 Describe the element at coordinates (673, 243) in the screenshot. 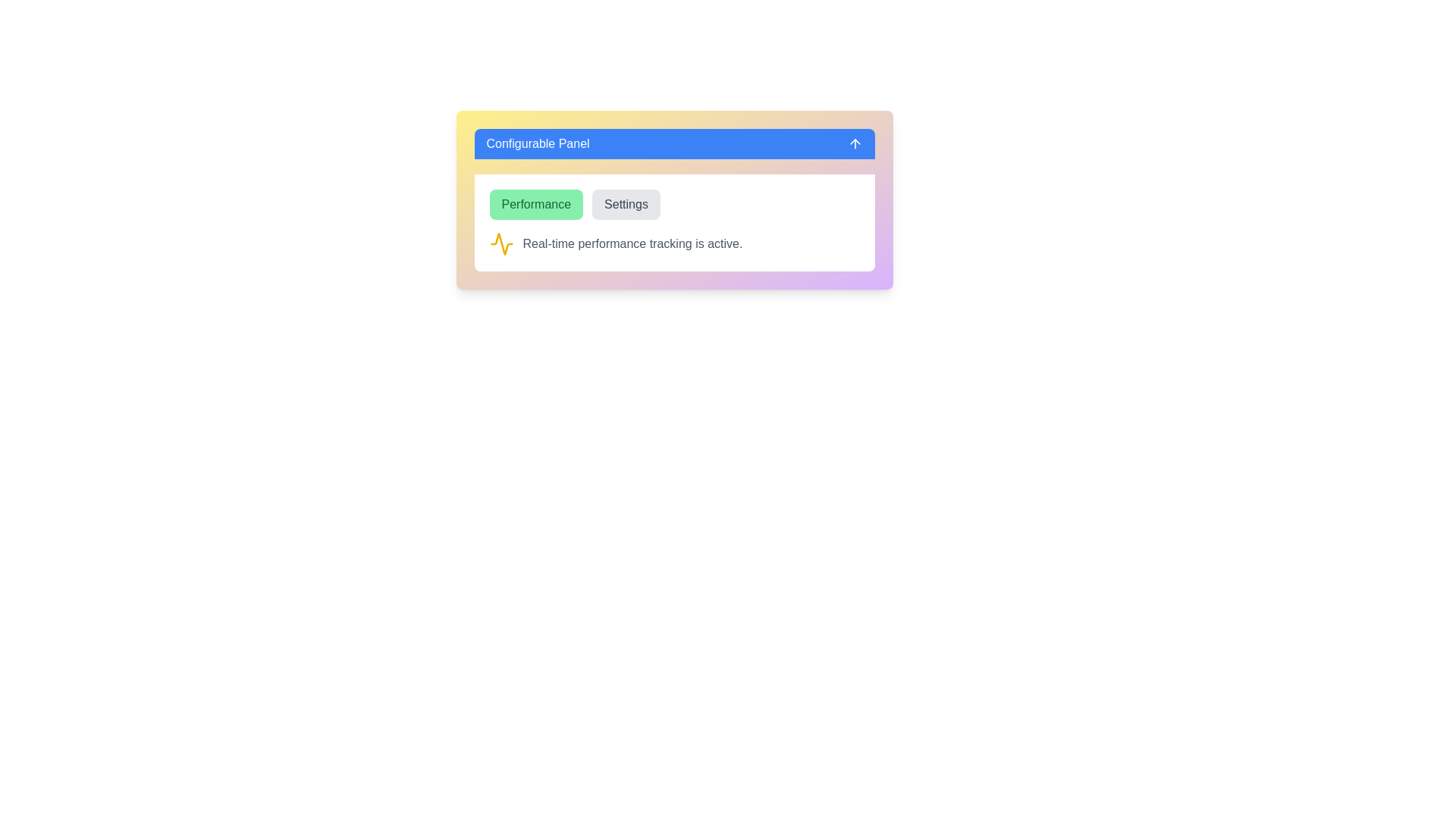

I see `the informational text with an icon that indicates real-time performance tracking is active, located below the 'Performance' and 'Settings' buttons` at that location.